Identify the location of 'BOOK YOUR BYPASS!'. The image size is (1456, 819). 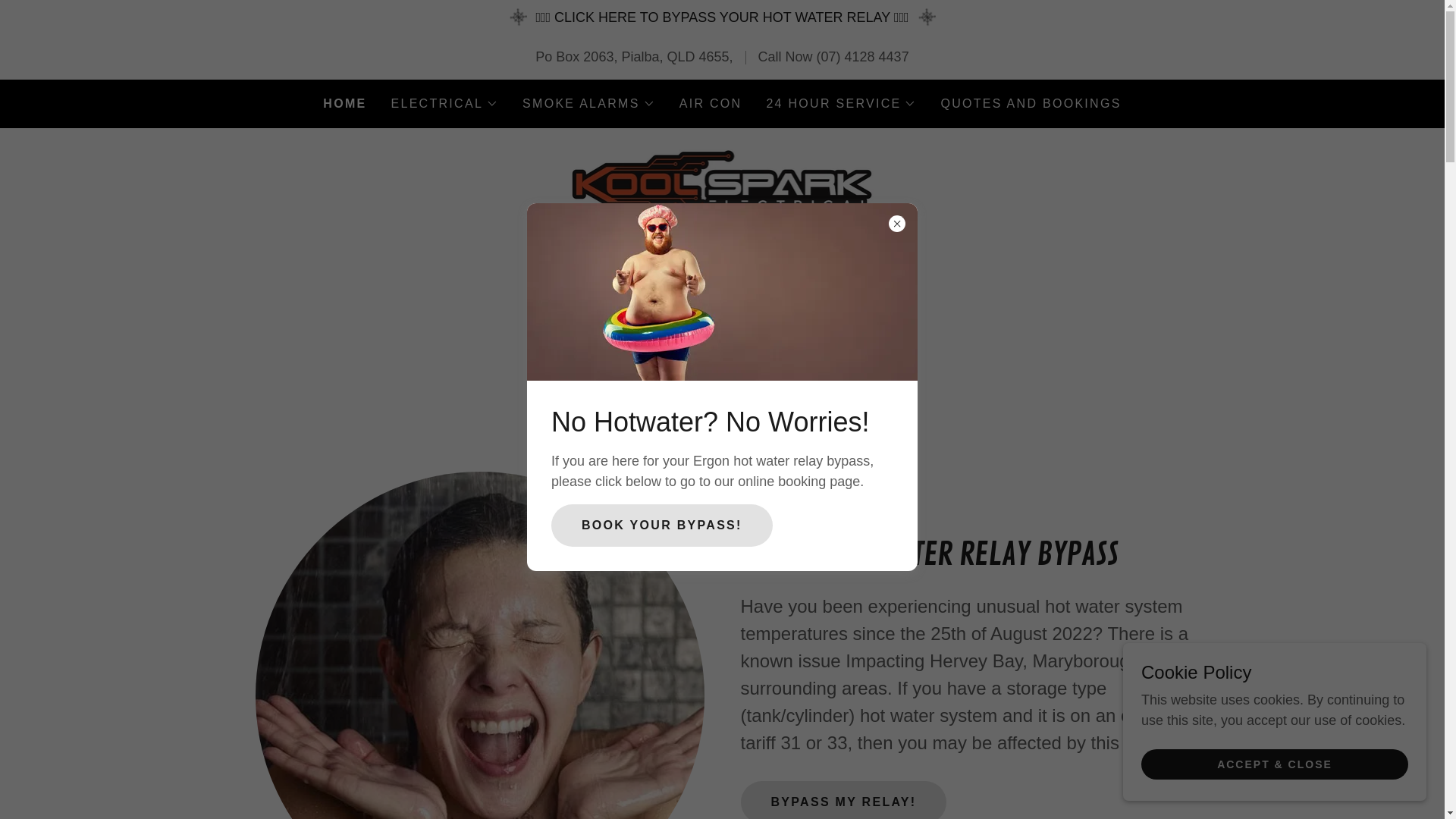
(662, 523).